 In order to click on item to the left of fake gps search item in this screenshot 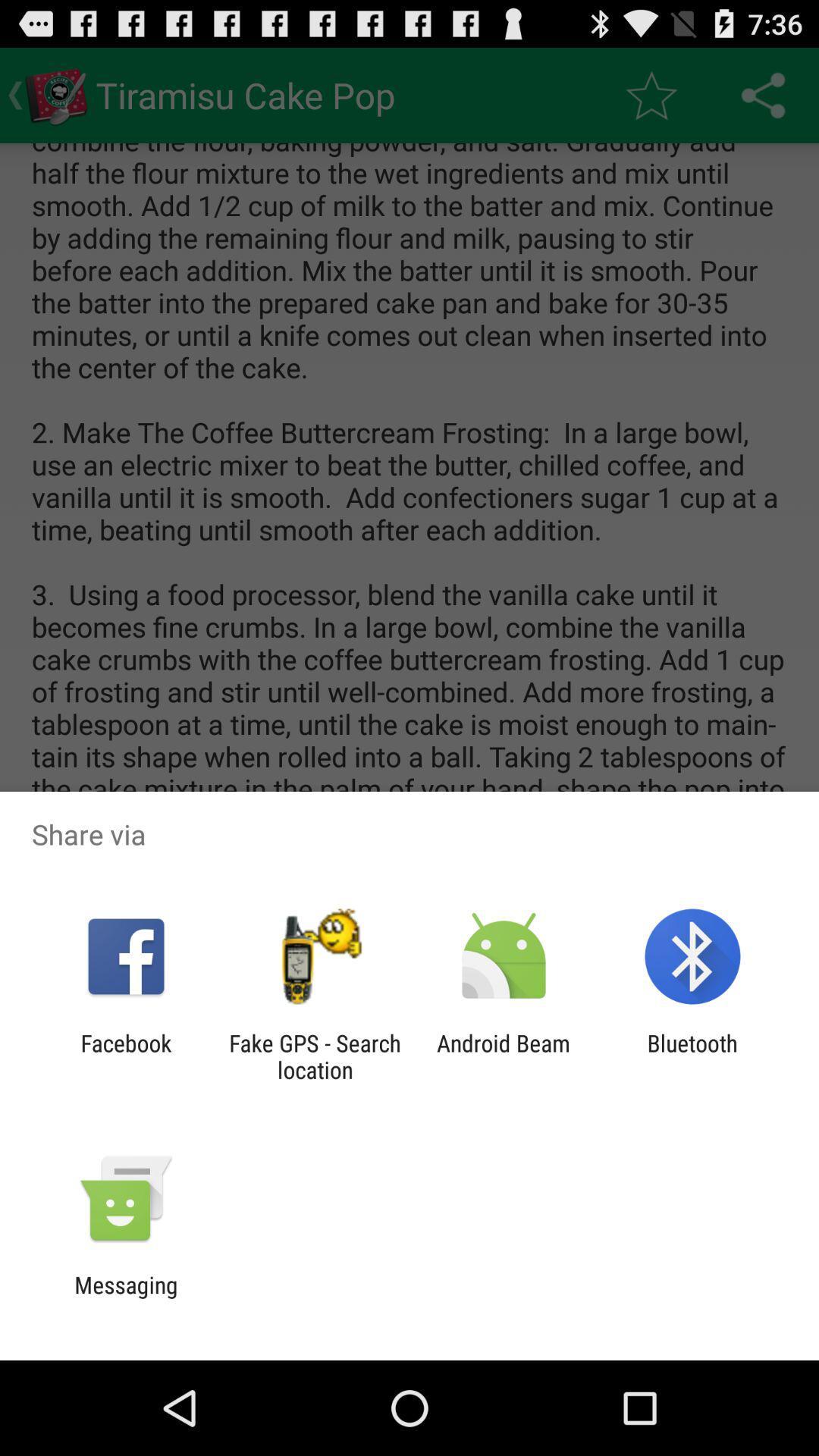, I will do `click(125, 1056)`.